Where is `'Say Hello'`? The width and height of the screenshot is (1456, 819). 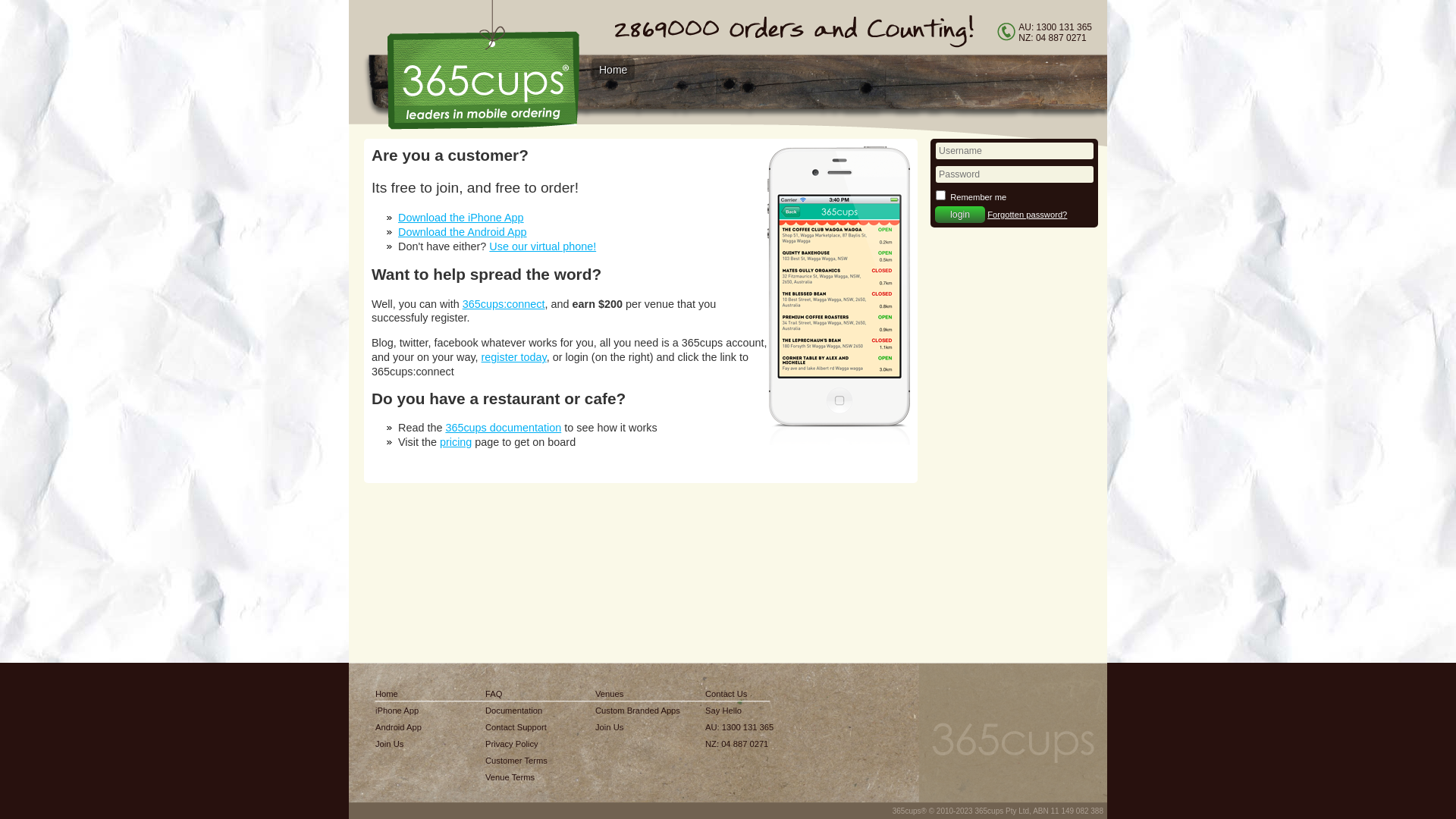 'Say Hello' is located at coordinates (739, 711).